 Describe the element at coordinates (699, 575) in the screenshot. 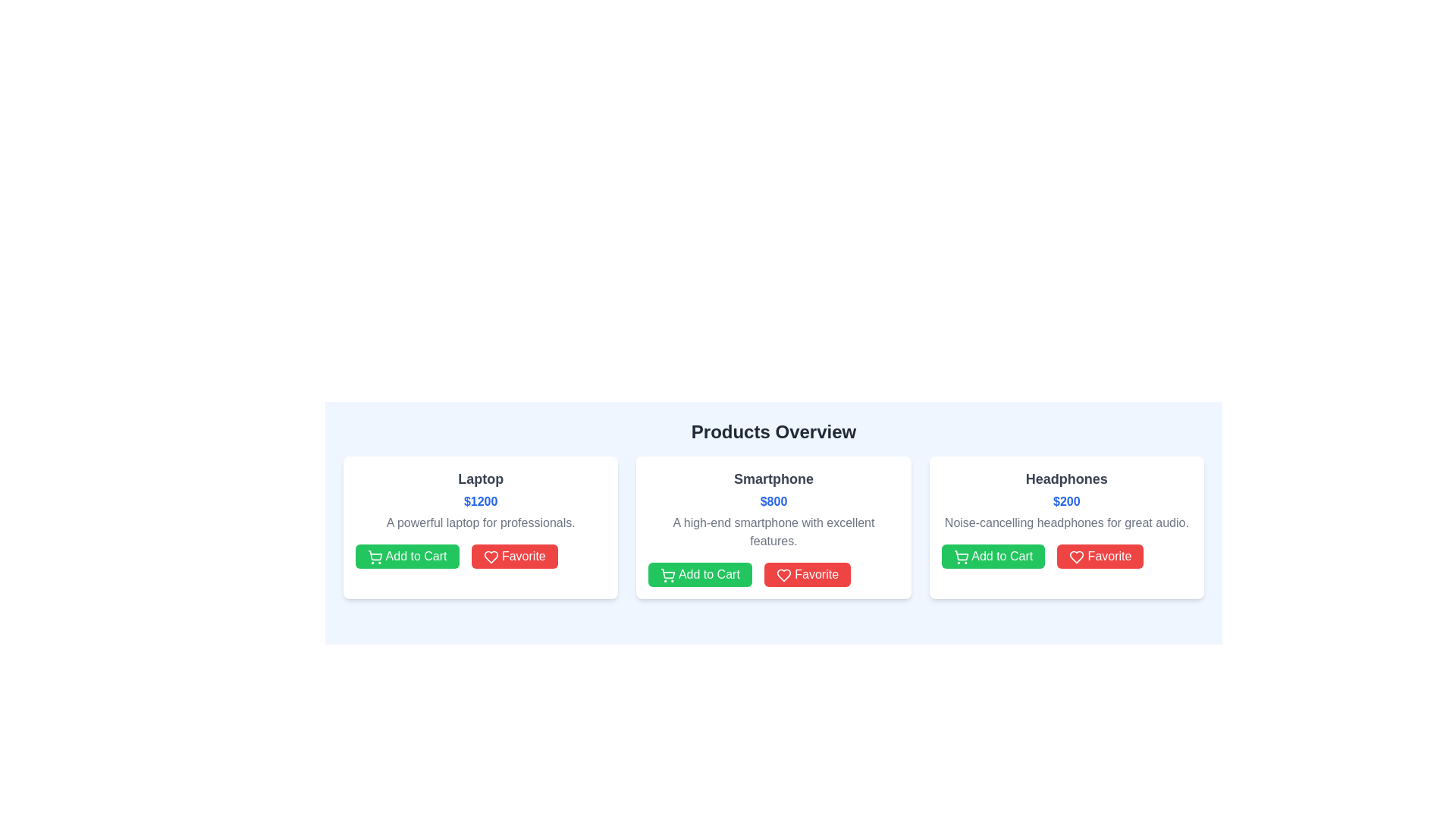

I see `the green 'Add to Cart' button with a shopping cart icon located under the 'Smartphone' product card in the 'Products Overview' section` at that location.